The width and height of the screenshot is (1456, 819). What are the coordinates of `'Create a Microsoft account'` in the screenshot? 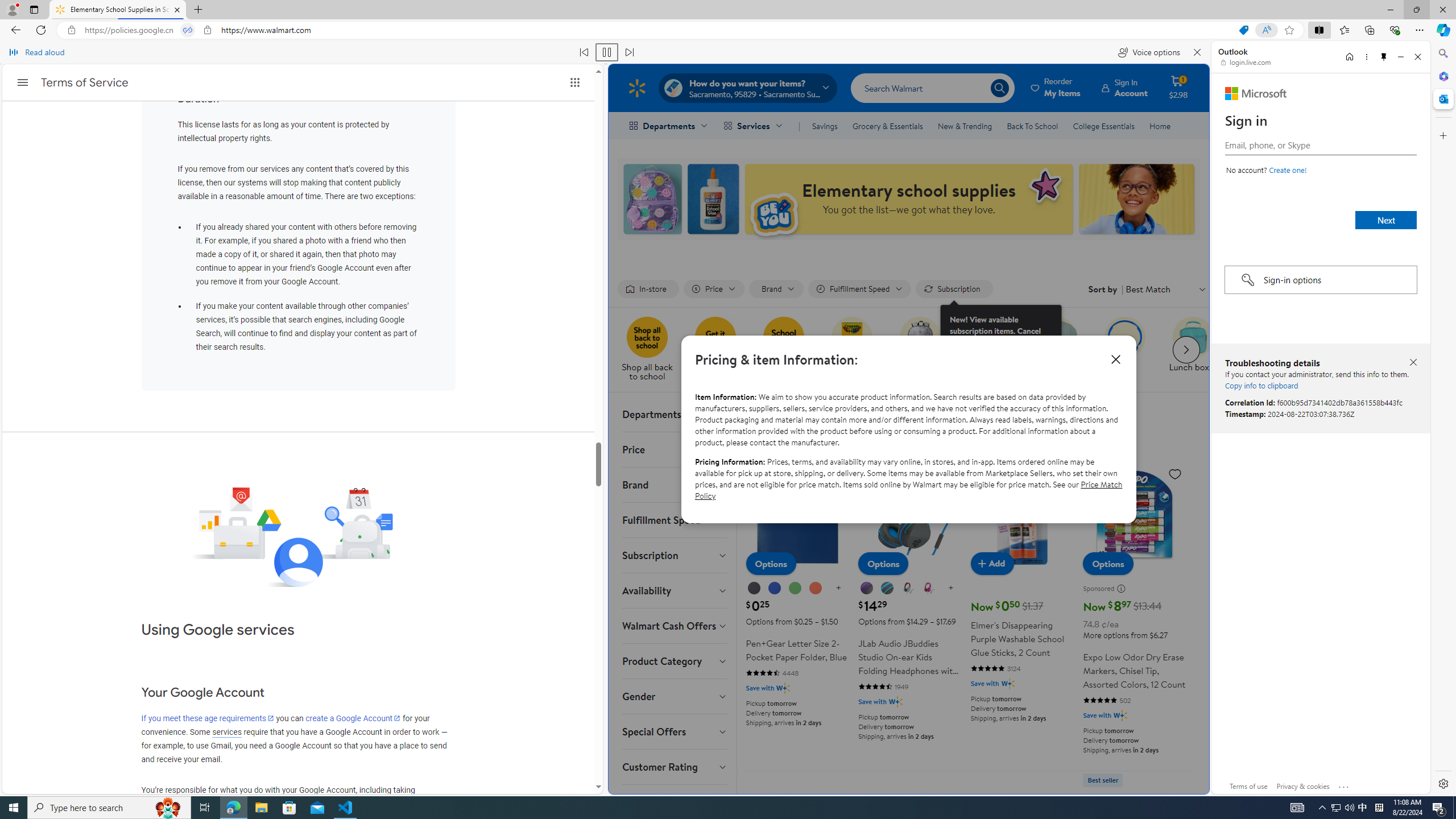 It's located at (1287, 169).